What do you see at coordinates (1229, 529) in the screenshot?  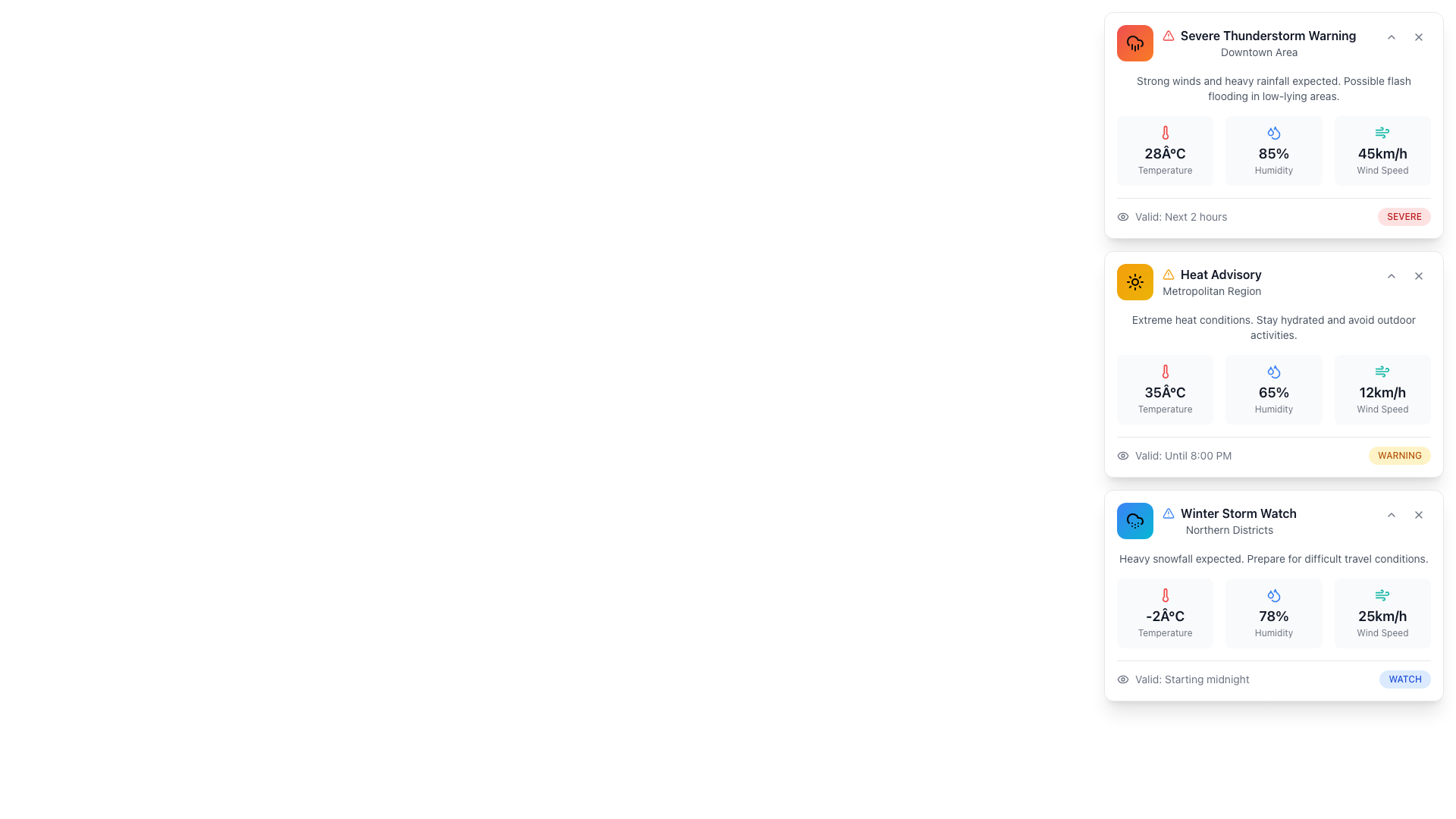 I see `the Text label that provides additional location information for the 'Winter Storm Watch', positioned directly below the 'Winter Storm Watch' title` at bounding box center [1229, 529].